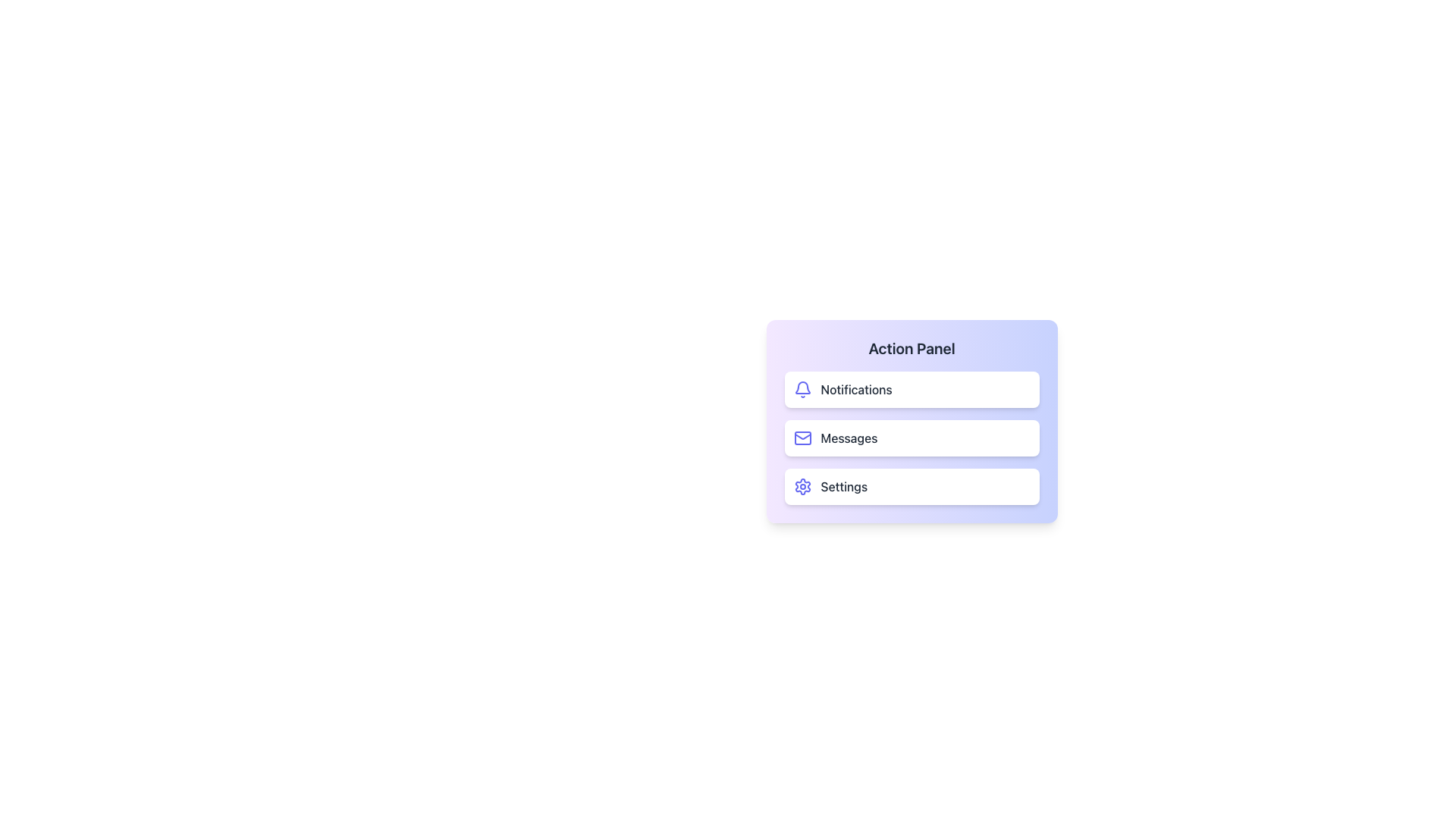  Describe the element at coordinates (911, 421) in the screenshot. I see `the 'Messages' button located in the middle of the 'Action Panel'` at that location.